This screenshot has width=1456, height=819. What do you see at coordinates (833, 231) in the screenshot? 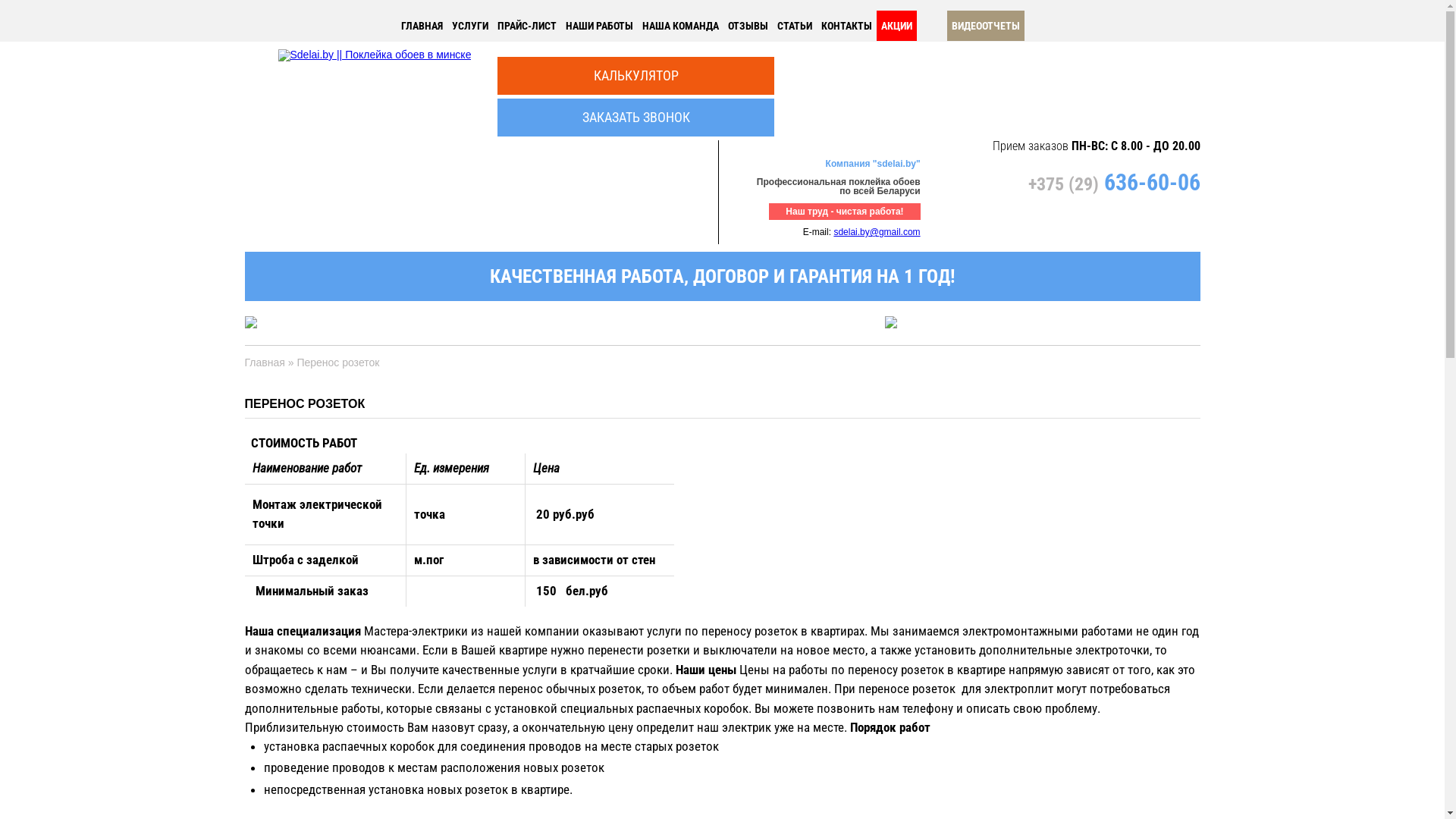
I see `'sdelai.by@gmail.com'` at bounding box center [833, 231].